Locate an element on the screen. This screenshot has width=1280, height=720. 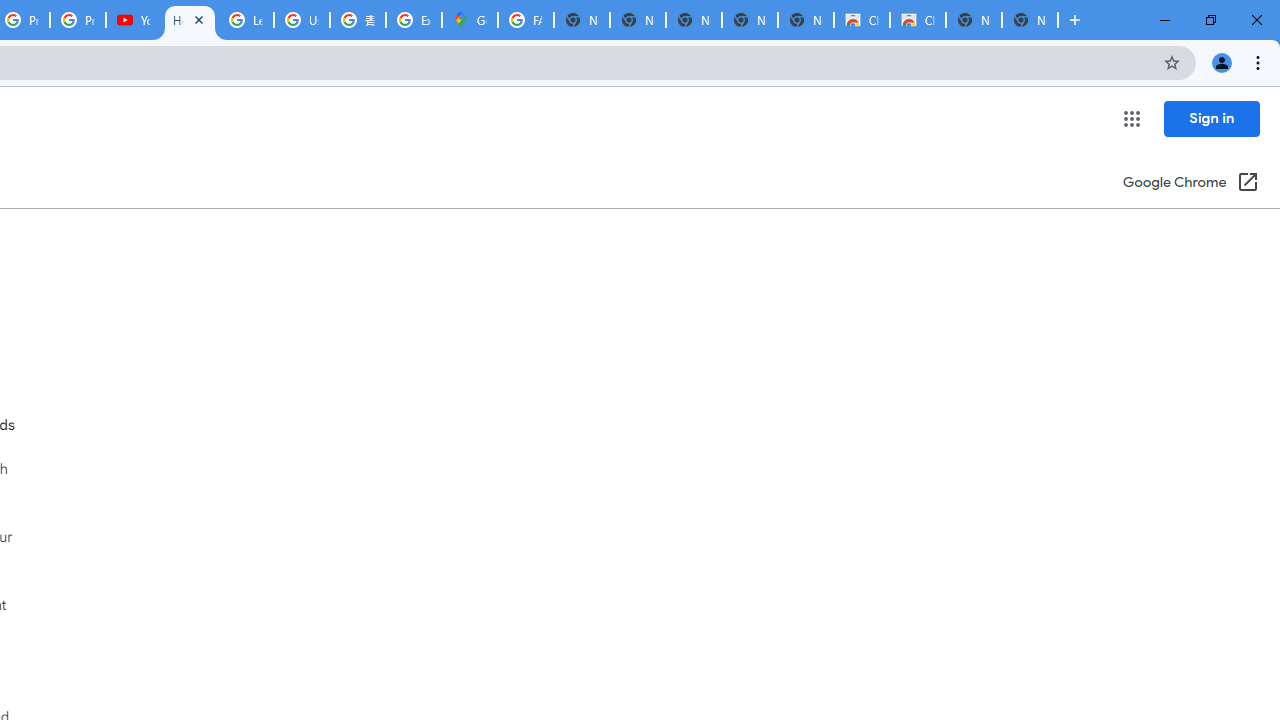
'Classic Blue - Chrome Web Store' is located at coordinates (862, 20).